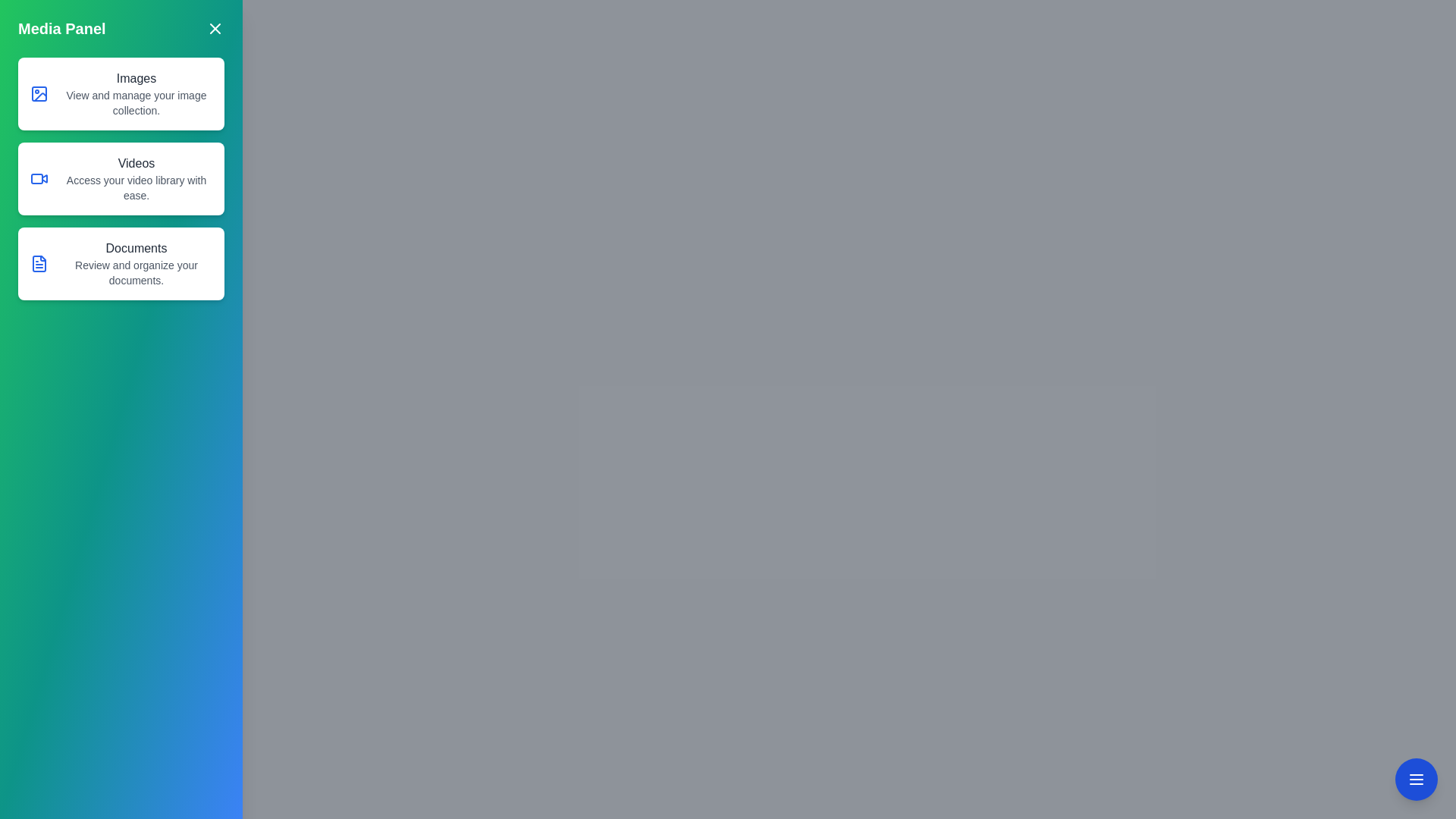 Image resolution: width=1456 pixels, height=819 pixels. What do you see at coordinates (39, 262) in the screenshot?
I see `the 'Documents' icon, which serves as the primary graphical indicator for the 'Documents' category in the interface, located to the left of the section's descriptive text` at bounding box center [39, 262].